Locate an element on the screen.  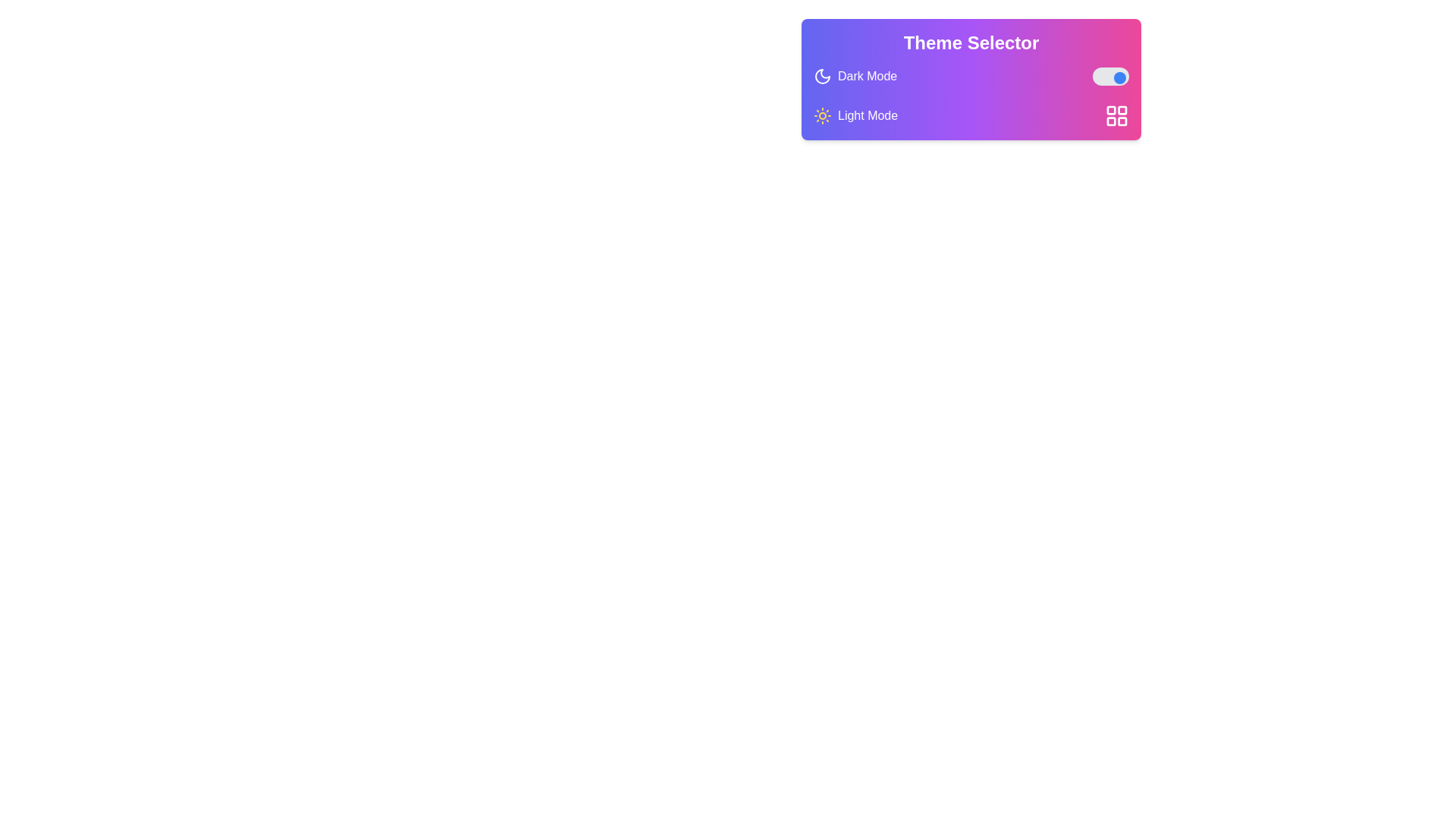
the 'Light Mode' label with icon, which features a sun symbol and is located within the 'Theme Selector' region is located at coordinates (855, 115).